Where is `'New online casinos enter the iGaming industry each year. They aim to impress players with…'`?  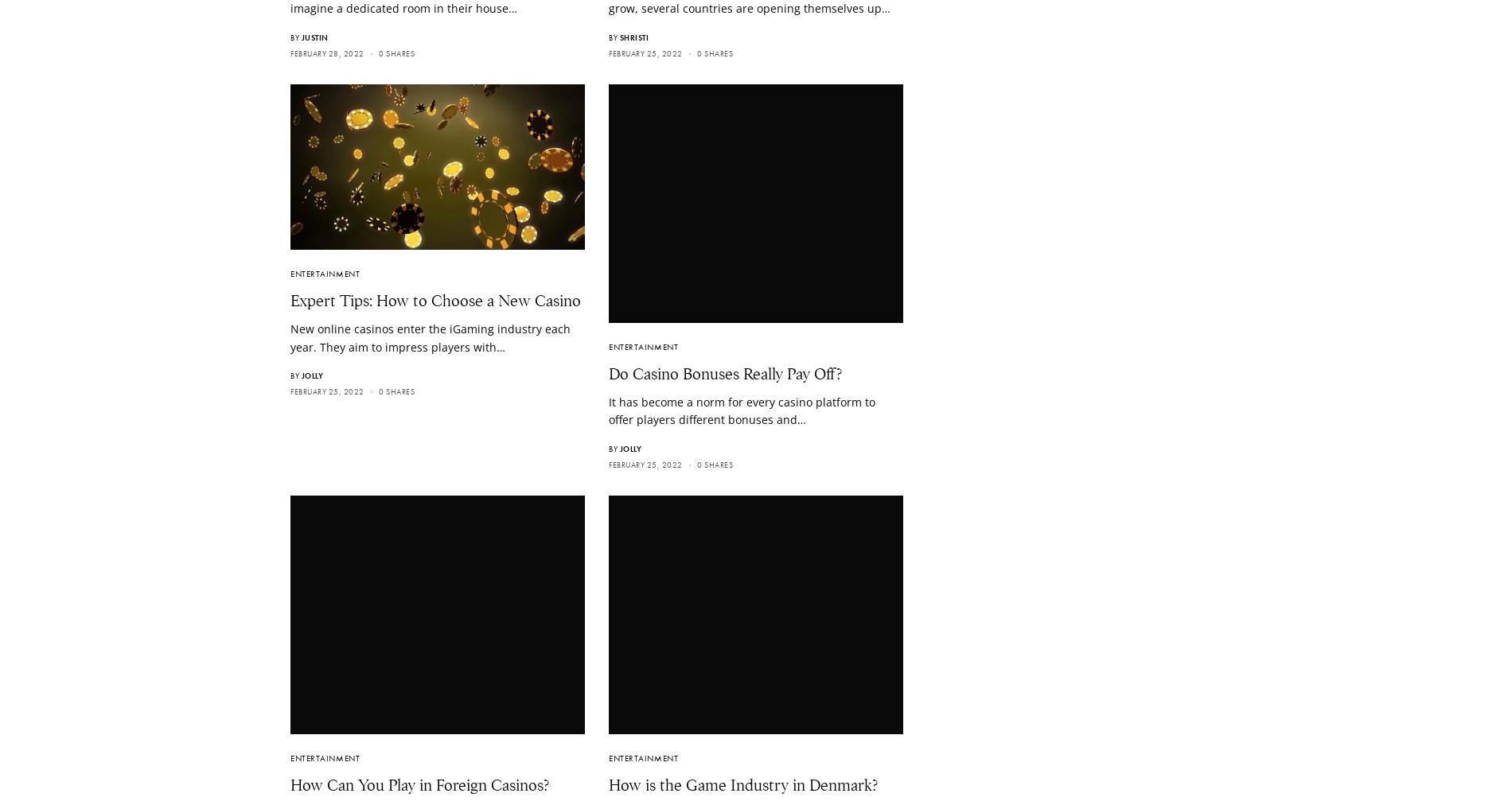 'New online casinos enter the iGaming industry each year. They aim to impress players with…' is located at coordinates (430, 337).